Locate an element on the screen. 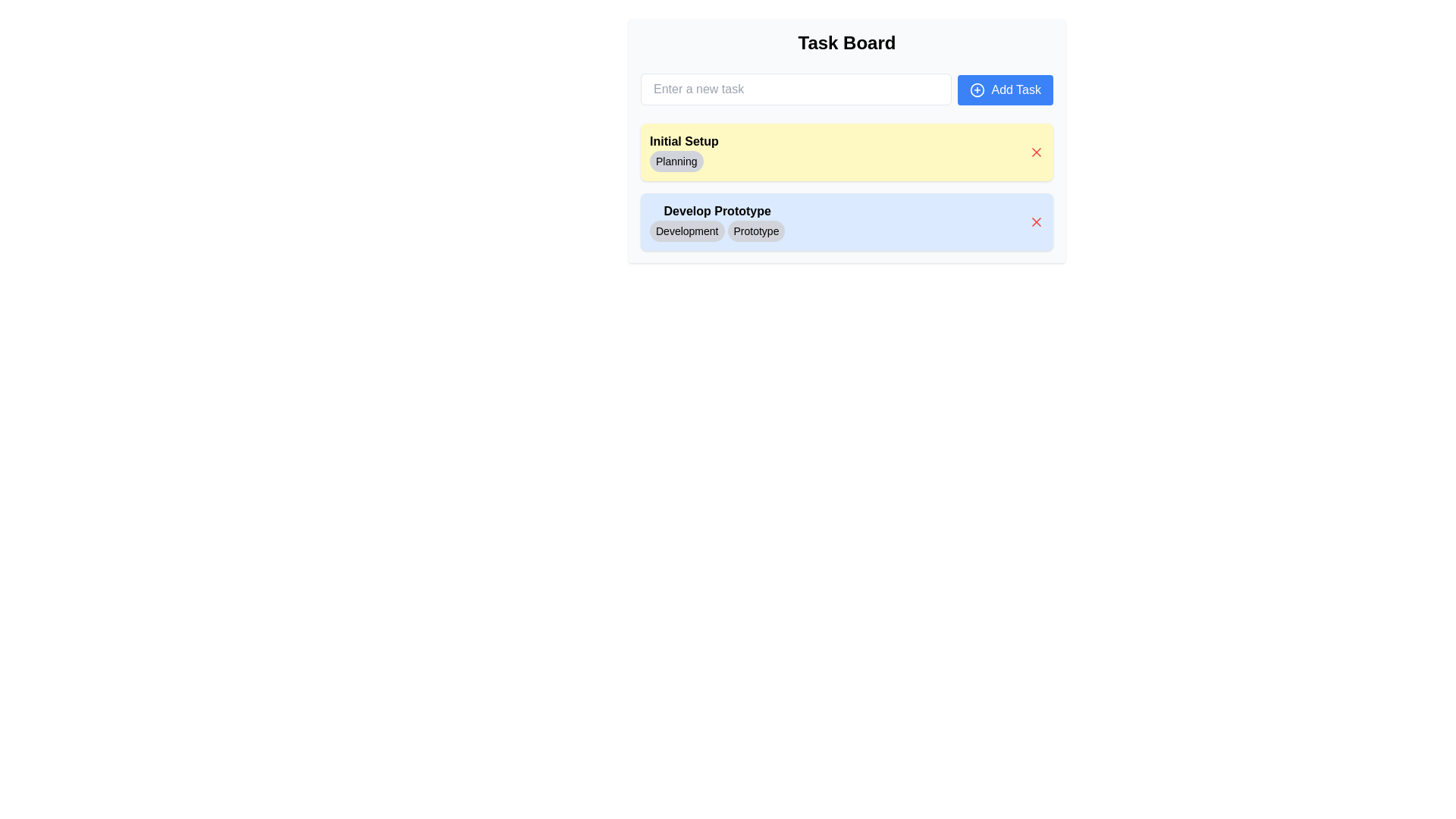  the delete button located at the top-right corner of the yellow rectangular task card labeled 'Initial Setup - Planning' is located at coordinates (1036, 152).